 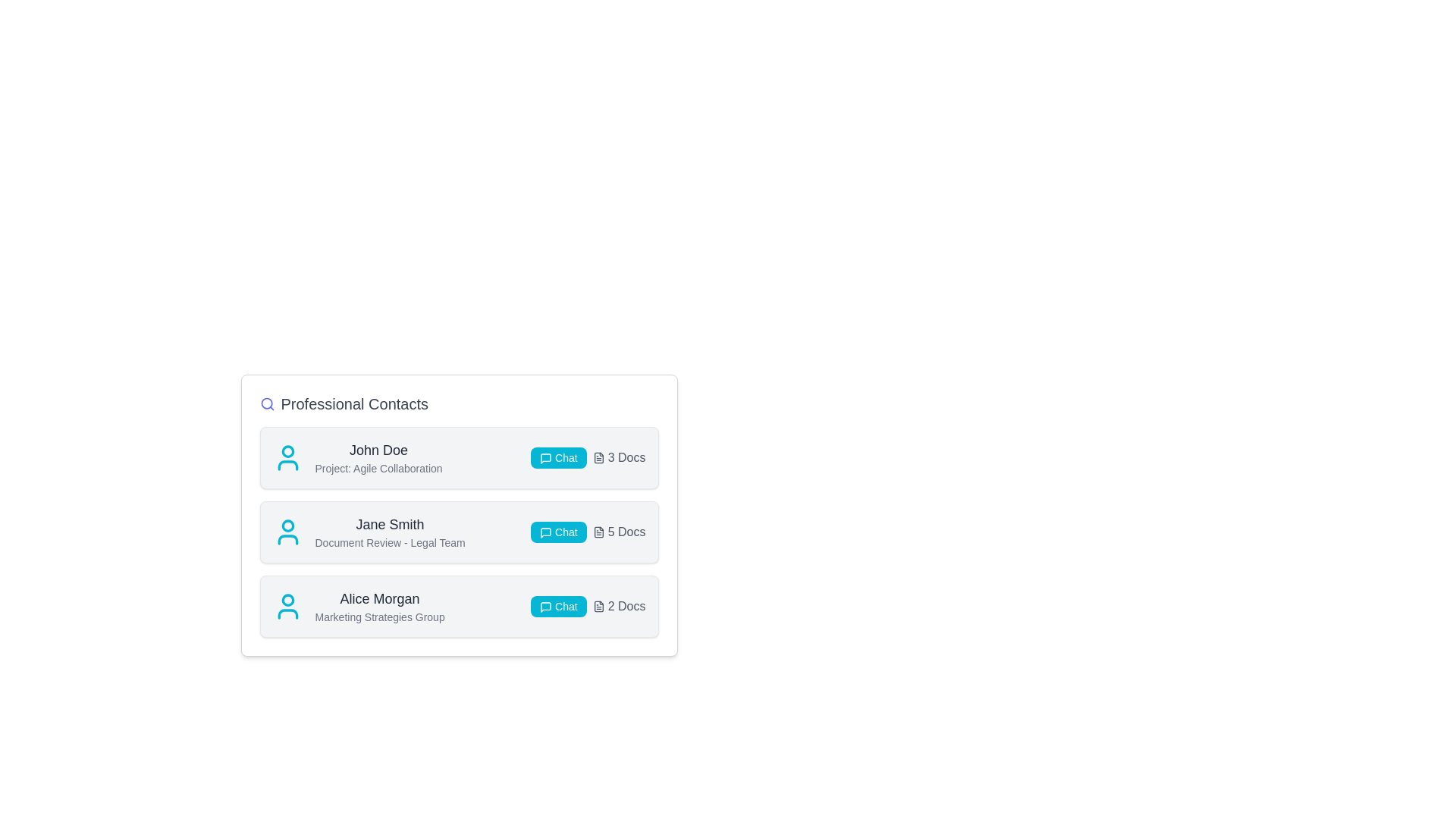 What do you see at coordinates (557, 457) in the screenshot?
I see `the 'Chat' button for the contact John Doe` at bounding box center [557, 457].